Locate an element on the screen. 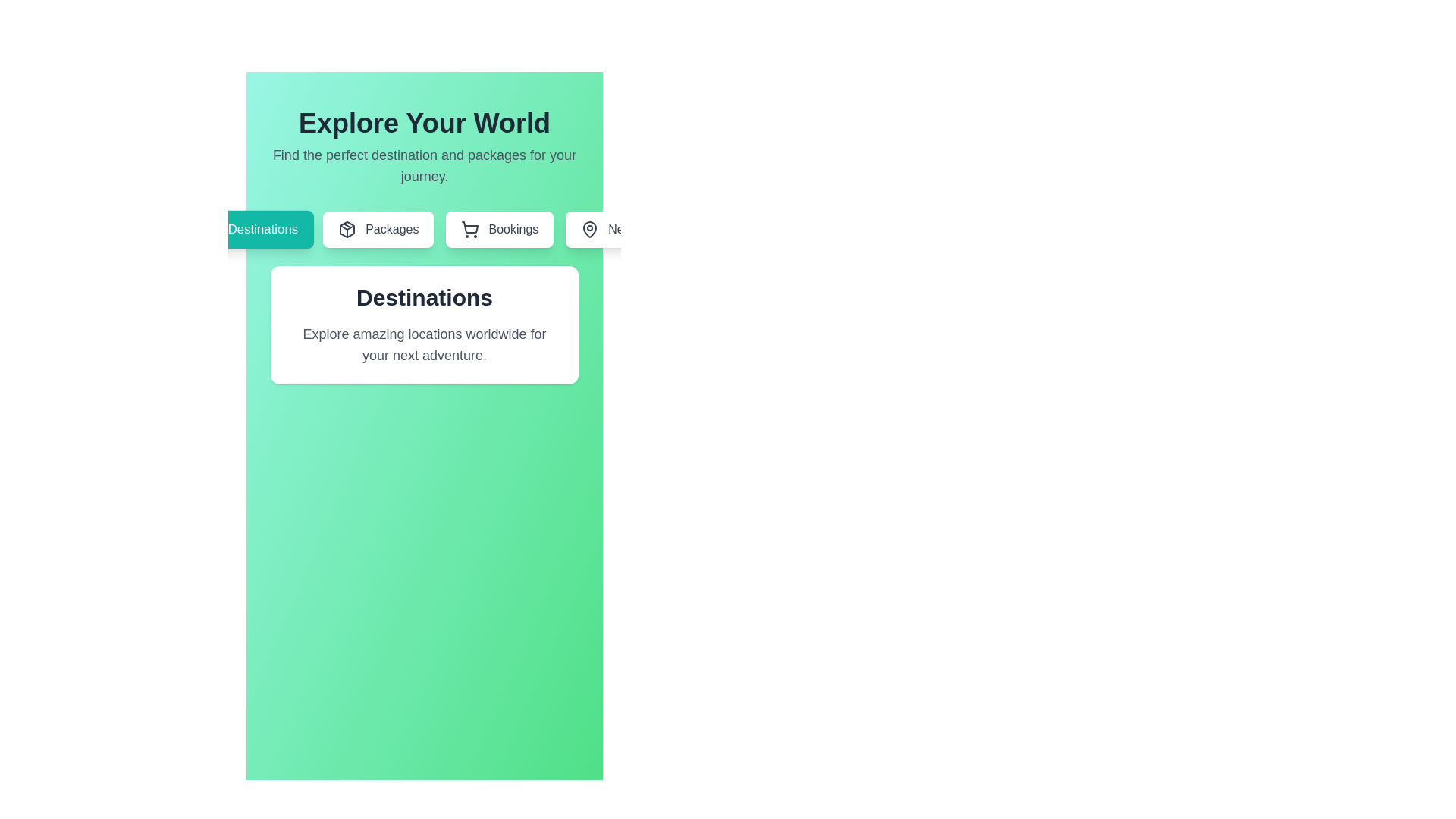 The height and width of the screenshot is (819, 1456). the tab labeled 'Destinations' to navigate to the respective section is located at coordinates (248, 230).